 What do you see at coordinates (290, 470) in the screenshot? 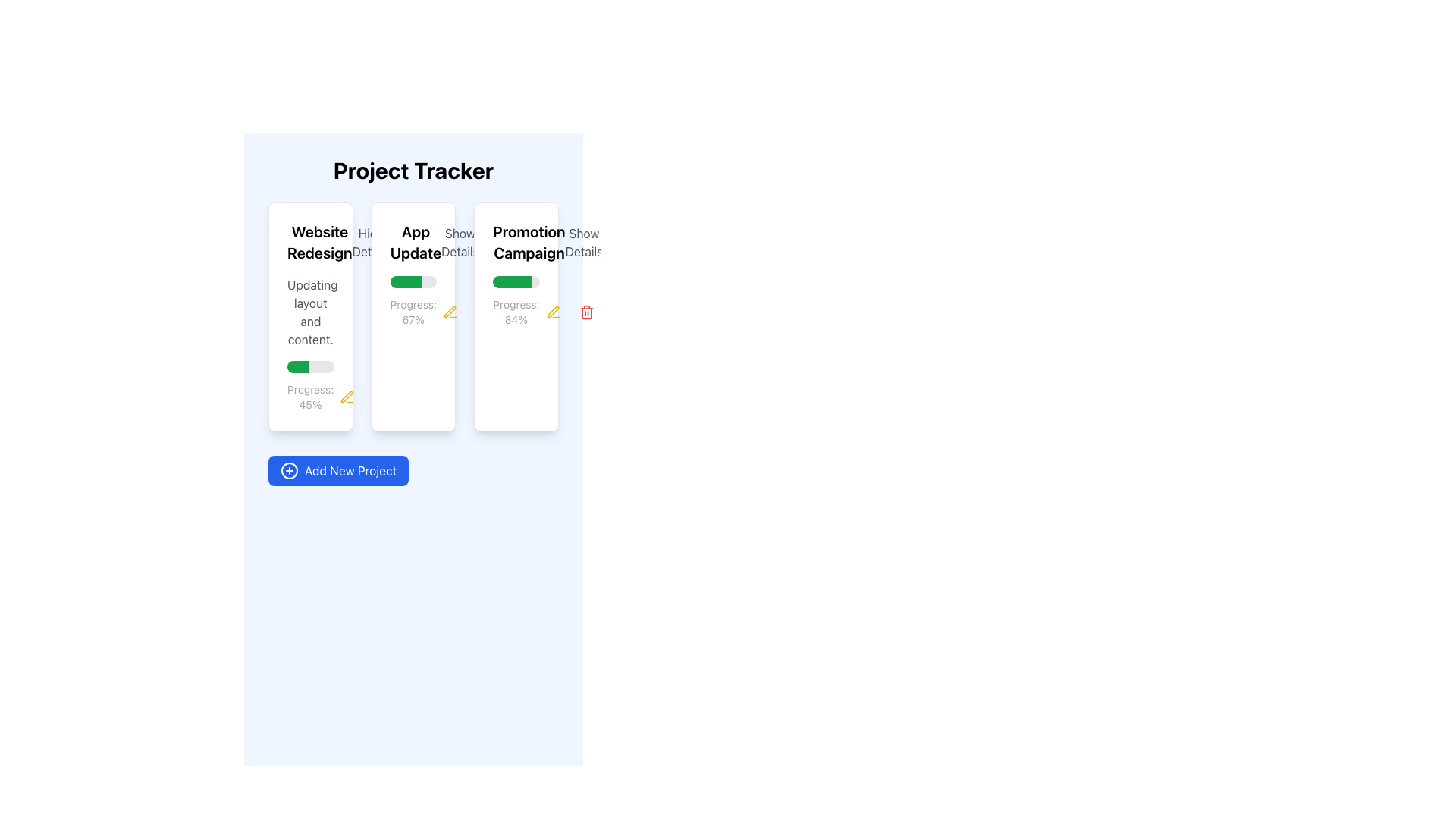
I see `the Circle component of the SVG icon representing the 'plus' part of the 'Add New Project' button` at bounding box center [290, 470].